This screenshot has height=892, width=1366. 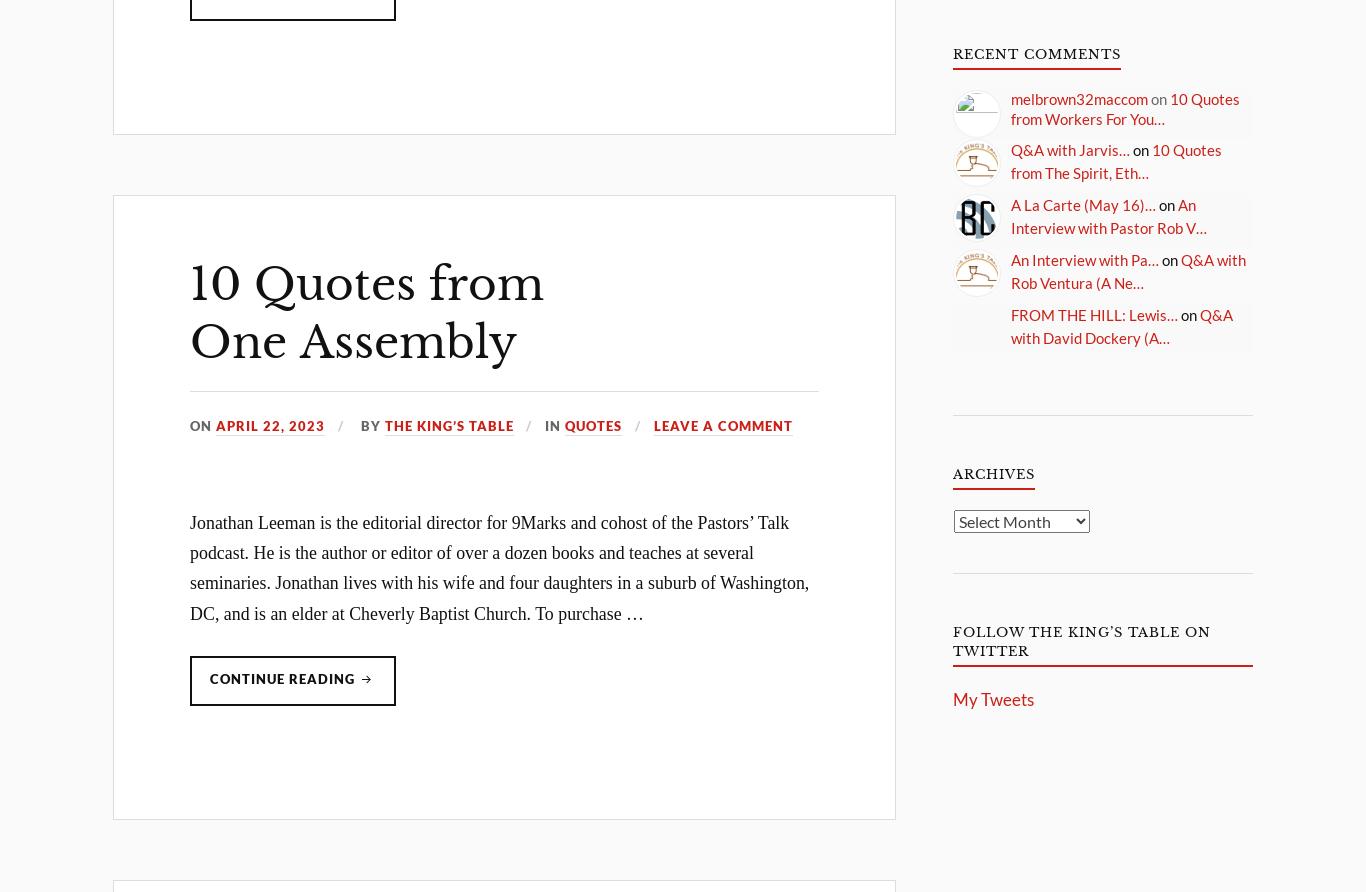 I want to click on 'Jonathan Leeman is the editorial director for 9Marks and cohost of the Pastors’ Talk podcast. He is the author or editor of over a dozen books and teaches at several seminaries. Jonathan lives with his wife and four daughters in a suburb of Washington, DC, and is an elder at Cheverly Baptist Church. To purchase …', so click(x=499, y=566).